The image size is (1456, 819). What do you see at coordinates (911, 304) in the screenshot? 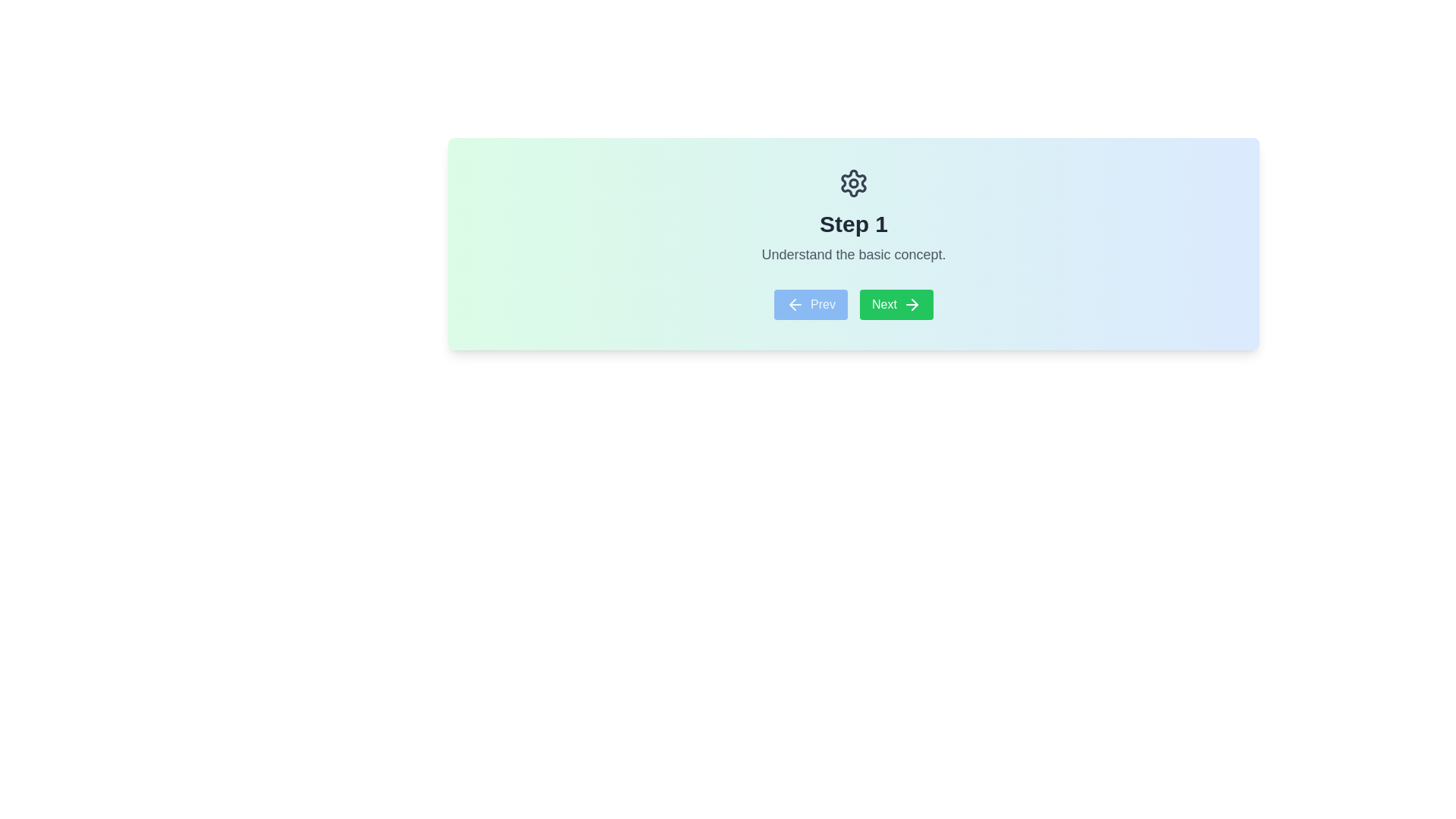
I see `the 'Next' button icon, which is an arrow positioned to the right of the text 'Next' in the navigation bar at the bottom of the step progress interface` at bounding box center [911, 304].